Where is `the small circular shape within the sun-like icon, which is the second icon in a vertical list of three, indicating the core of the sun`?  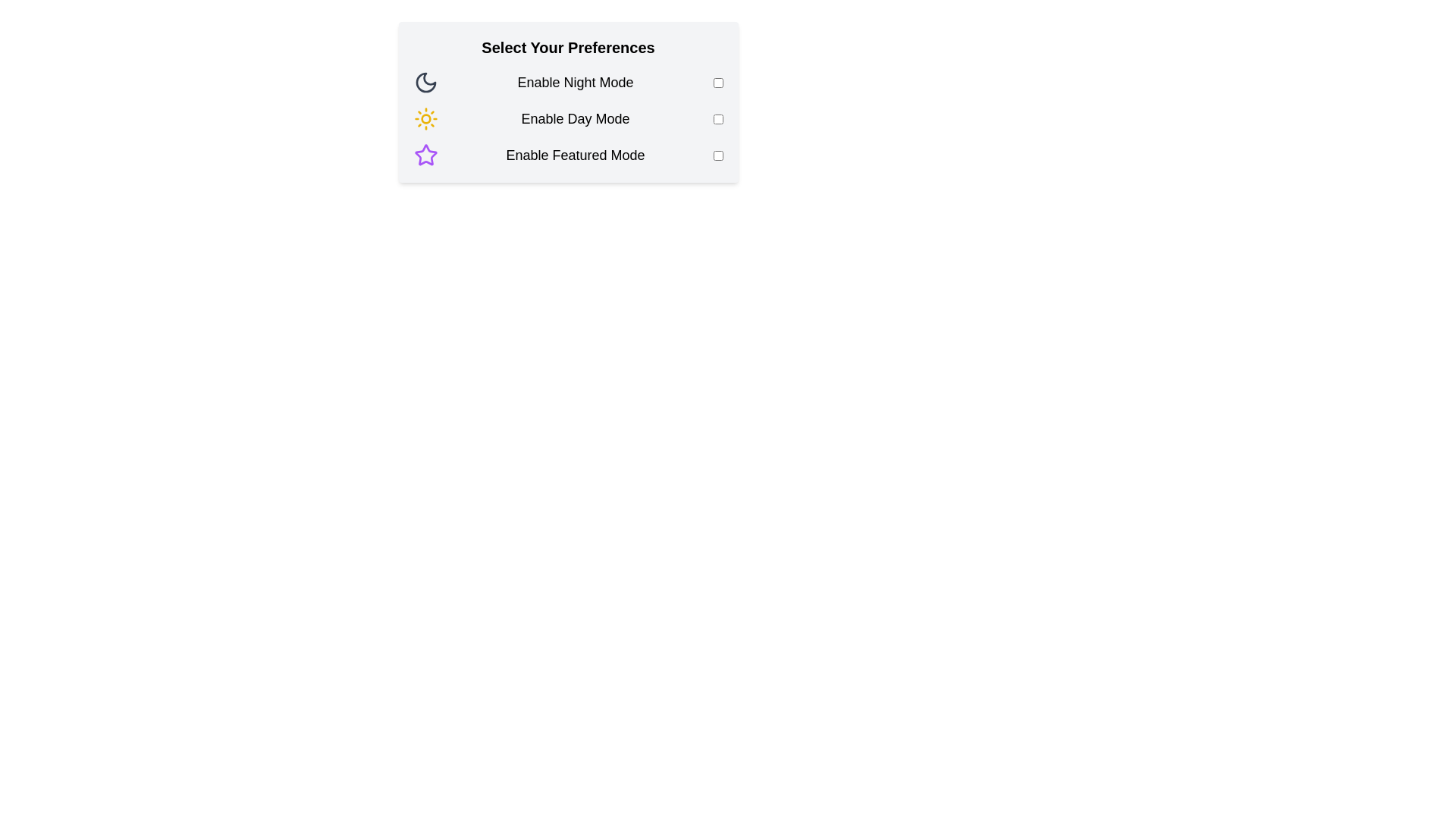
the small circular shape within the sun-like icon, which is the second icon in a vertical list of three, indicating the core of the sun is located at coordinates (425, 118).